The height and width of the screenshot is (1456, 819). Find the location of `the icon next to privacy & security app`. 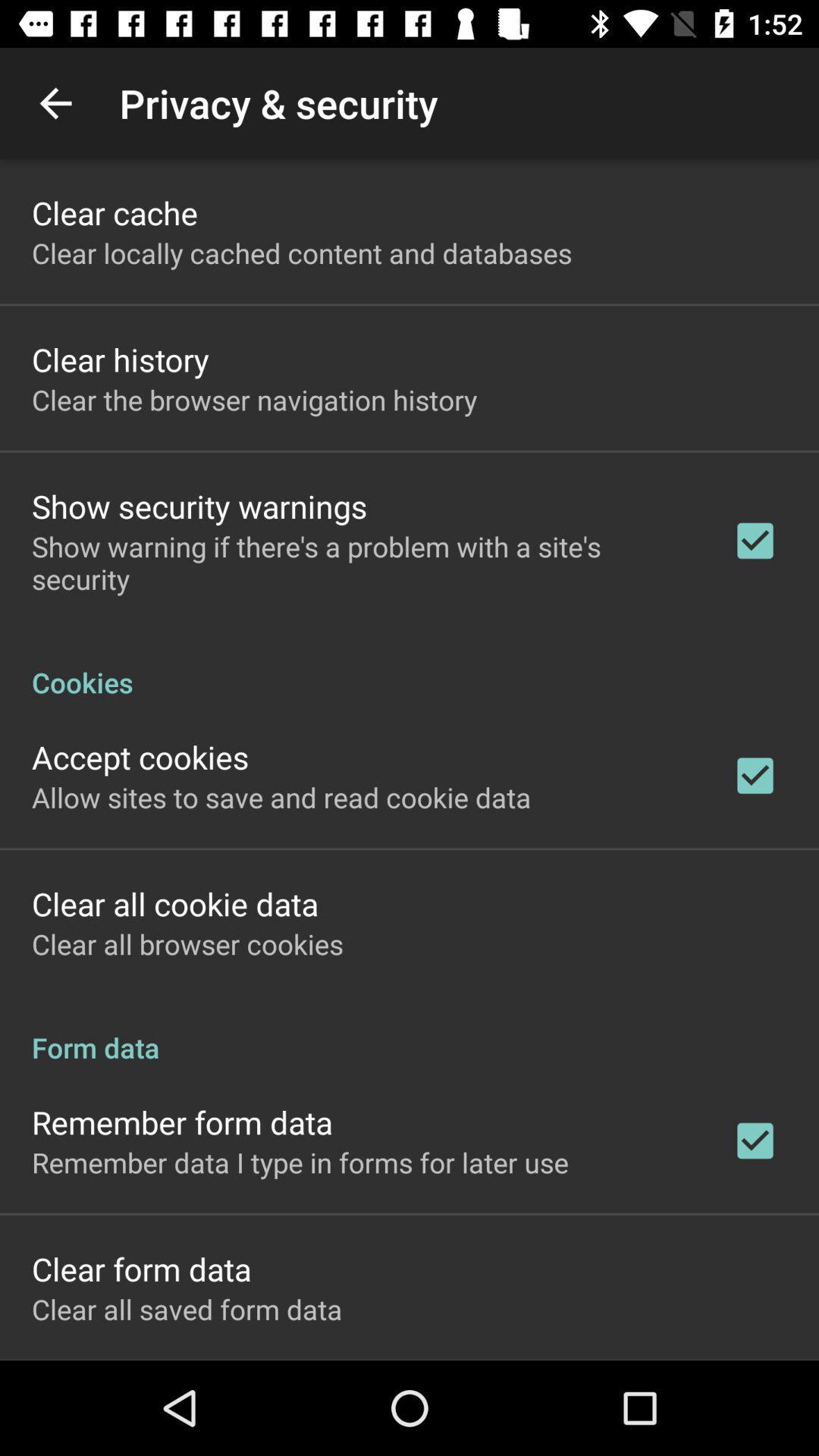

the icon next to privacy & security app is located at coordinates (55, 102).